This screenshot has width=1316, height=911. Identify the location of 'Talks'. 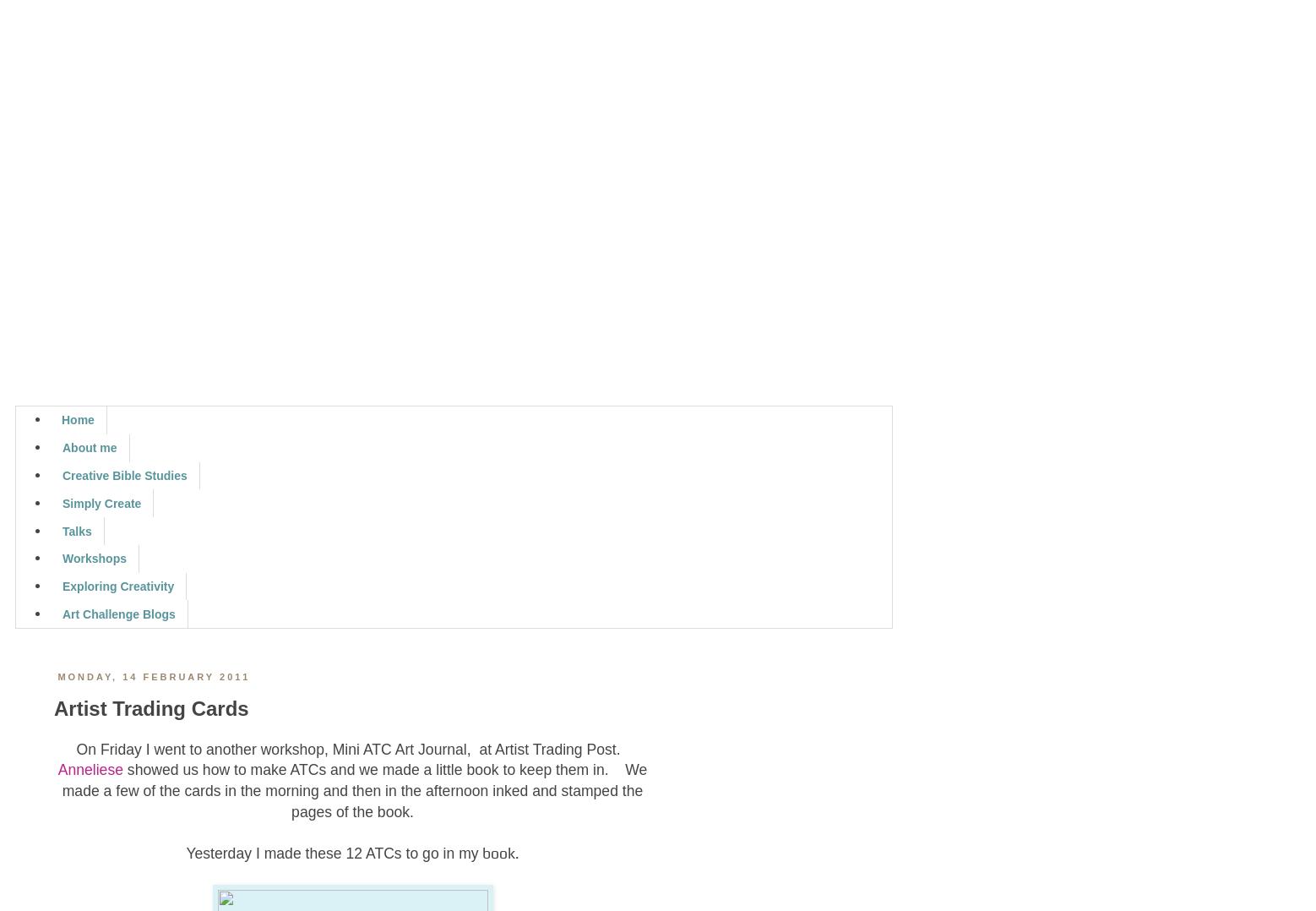
(75, 530).